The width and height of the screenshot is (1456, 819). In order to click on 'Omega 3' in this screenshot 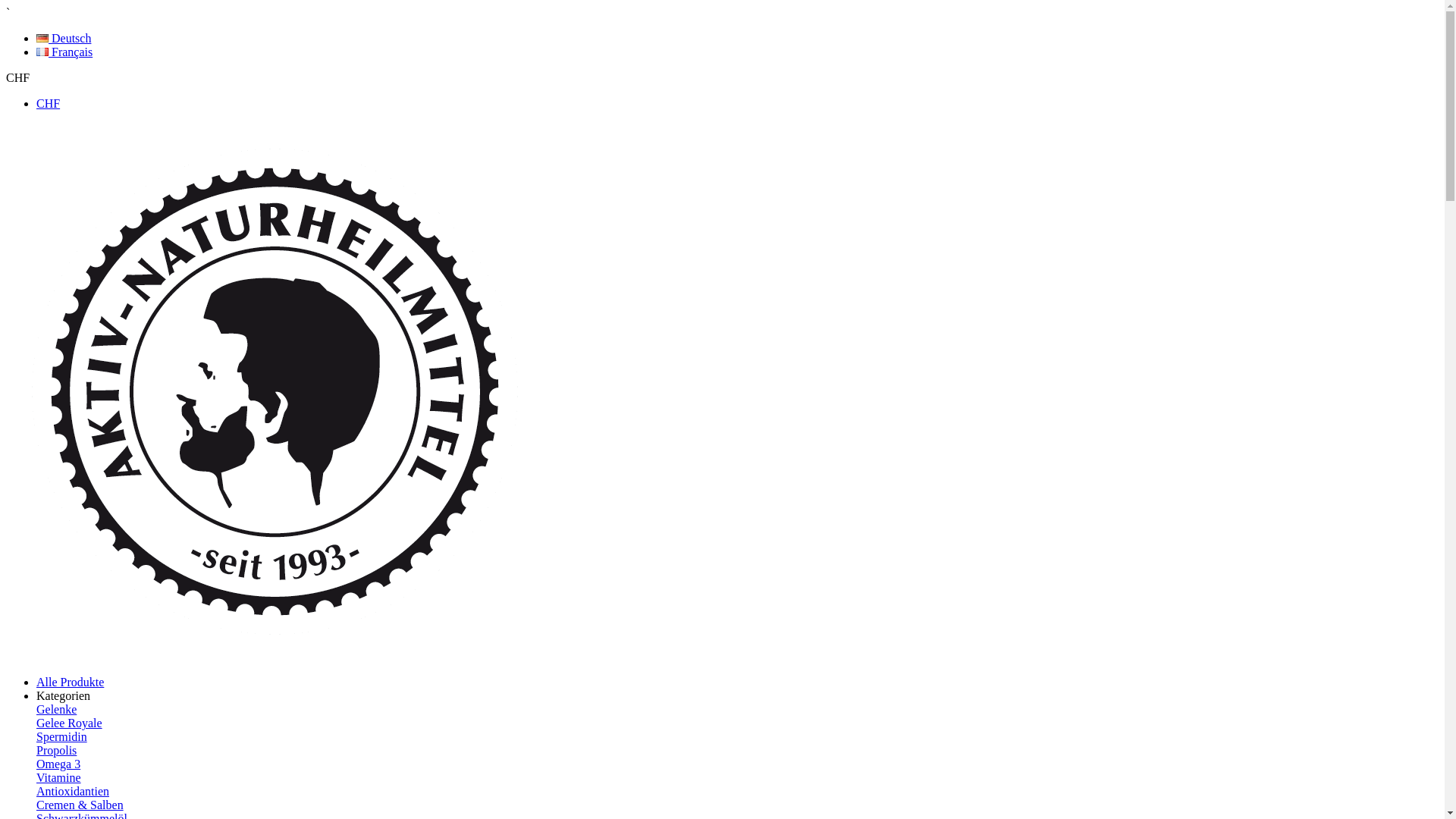, I will do `click(58, 764)`.